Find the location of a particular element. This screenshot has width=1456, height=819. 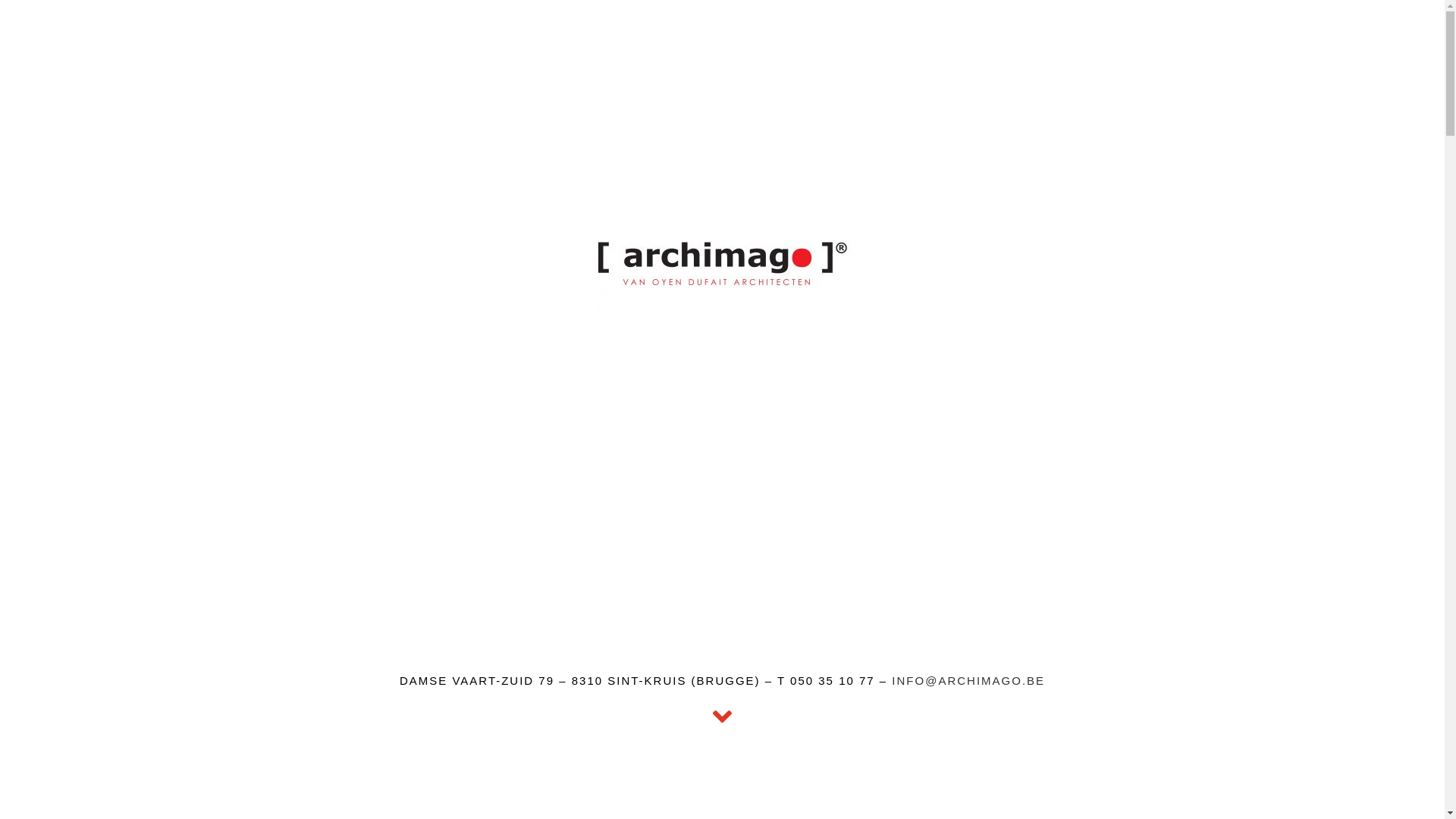

'INFO@ARCHIMAGO.BE' is located at coordinates (967, 679).